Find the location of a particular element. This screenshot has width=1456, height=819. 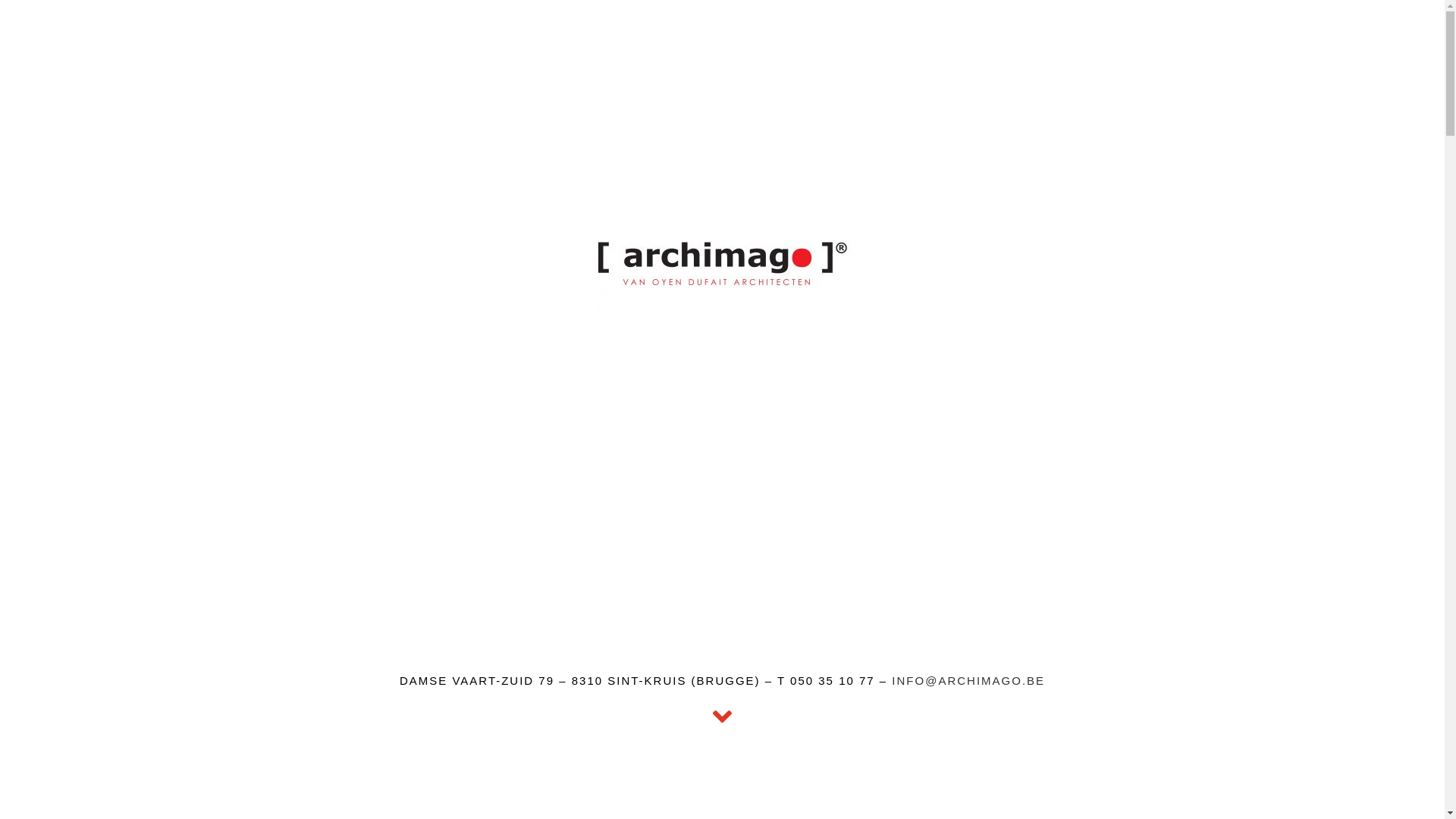

'INFO@ARCHIMAGO.BE' is located at coordinates (967, 679).